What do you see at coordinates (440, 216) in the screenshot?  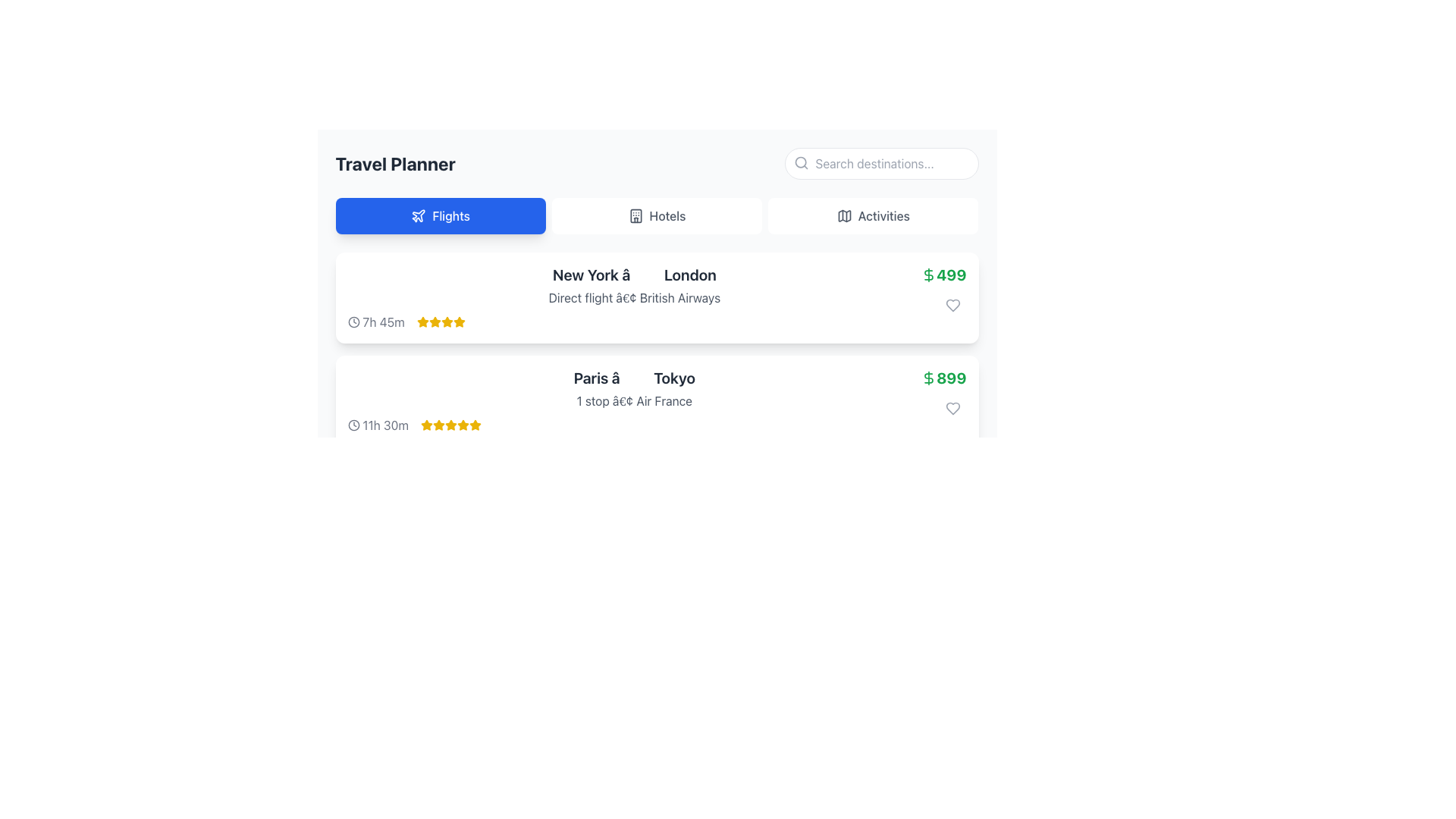 I see `the rectangular 'Flights' button with white text and an airplane icon on its left` at bounding box center [440, 216].